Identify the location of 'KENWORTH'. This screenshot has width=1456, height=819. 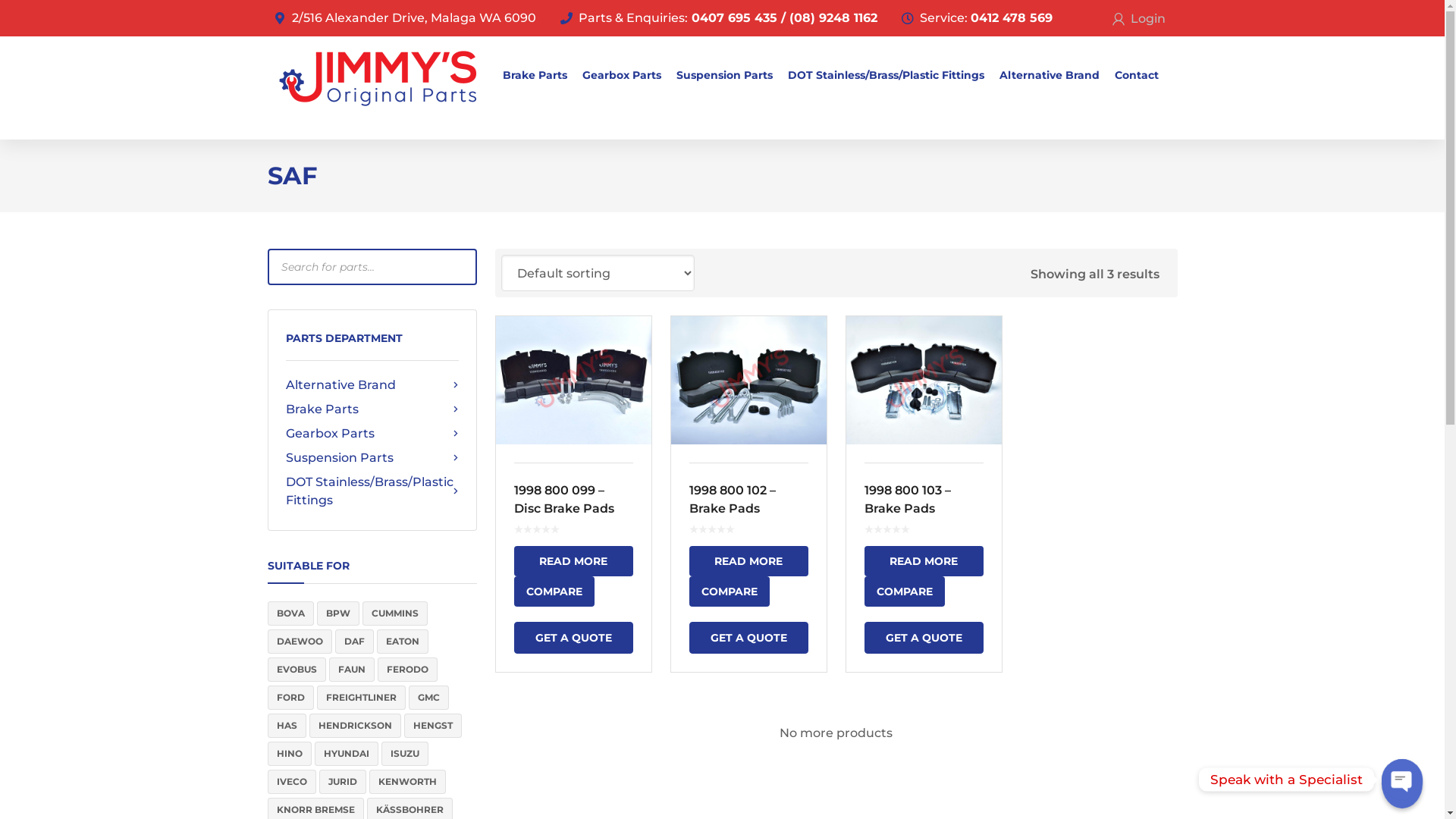
(406, 781).